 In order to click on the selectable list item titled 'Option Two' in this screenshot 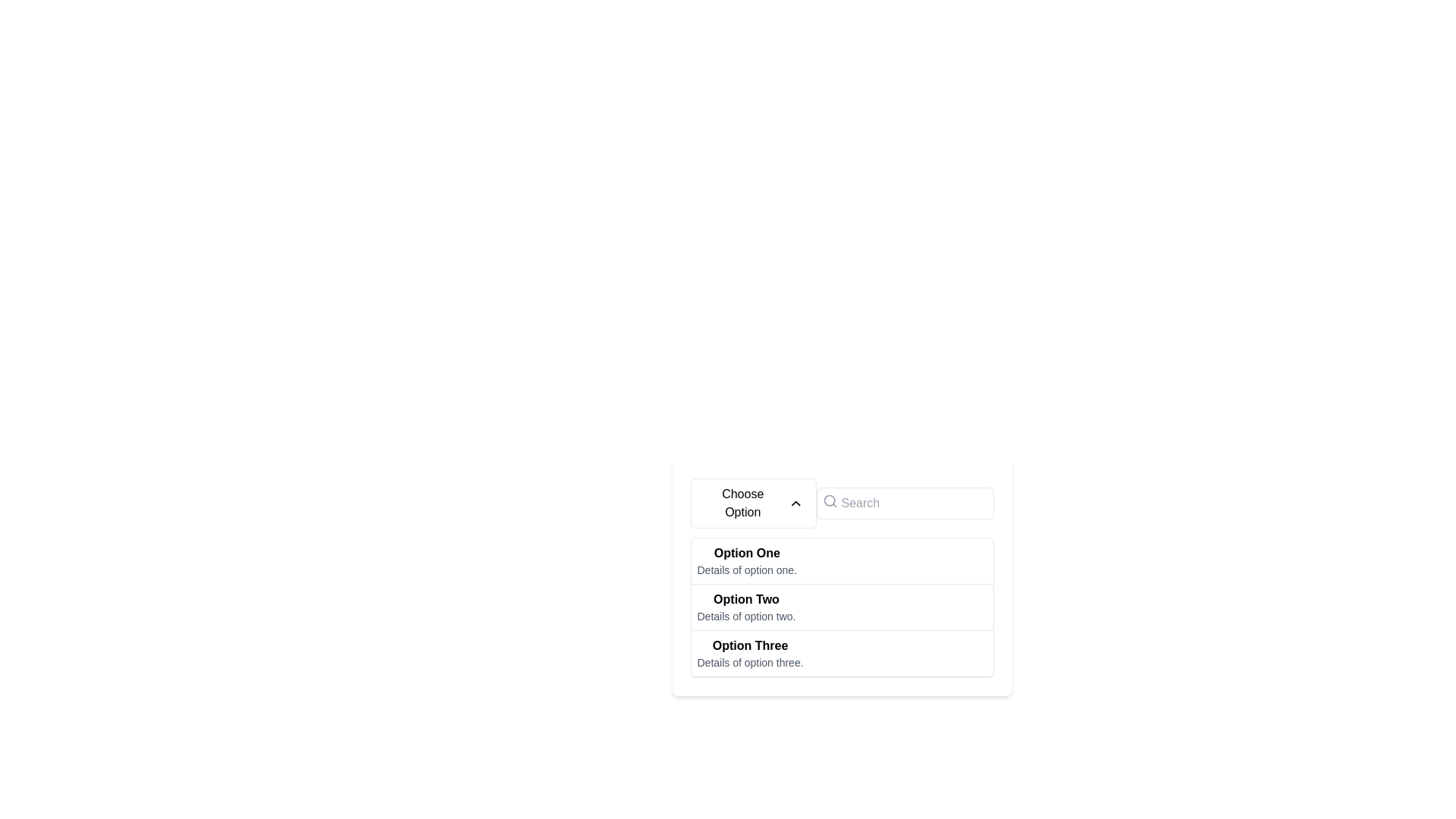, I will do `click(841, 607)`.